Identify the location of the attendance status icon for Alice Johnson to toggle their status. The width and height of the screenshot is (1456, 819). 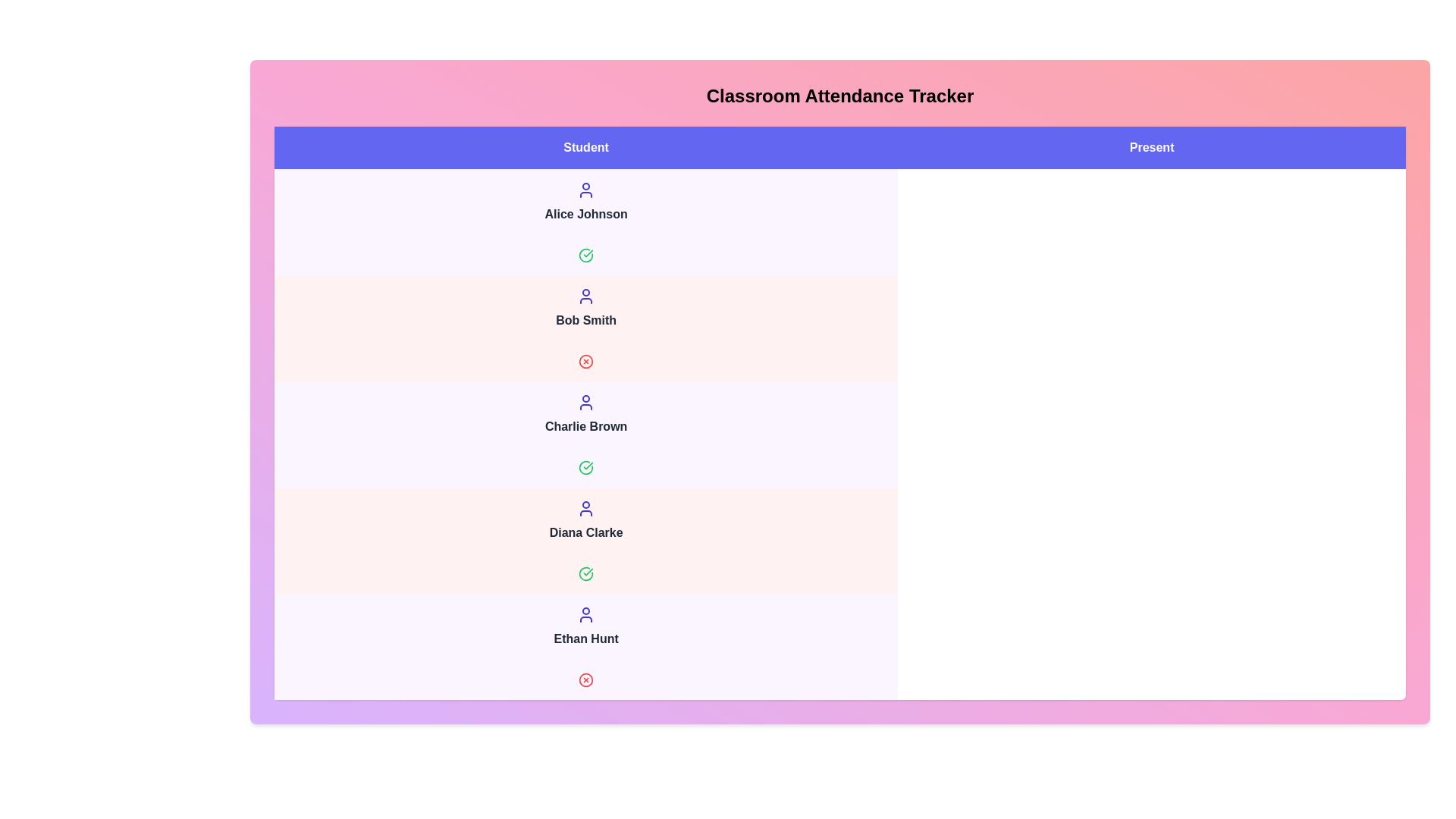
(585, 254).